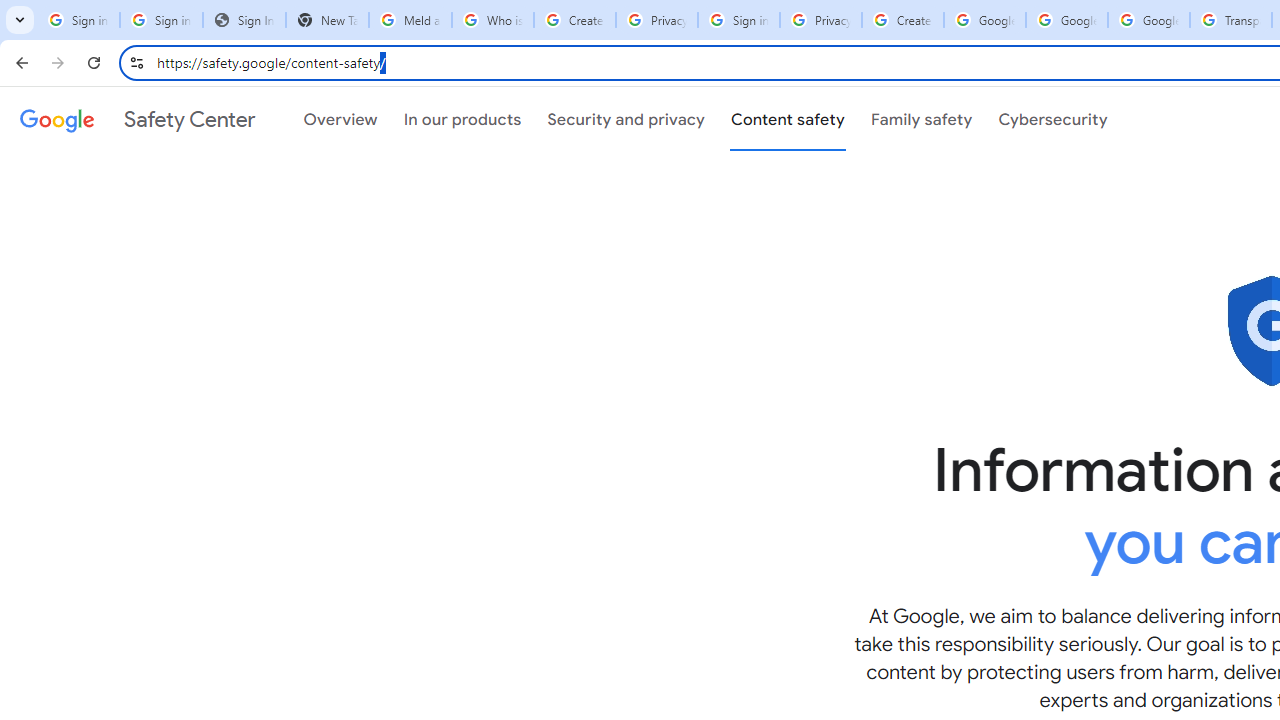 This screenshot has height=720, width=1280. Describe the element at coordinates (902, 20) in the screenshot. I see `'Create your Google Account'` at that location.